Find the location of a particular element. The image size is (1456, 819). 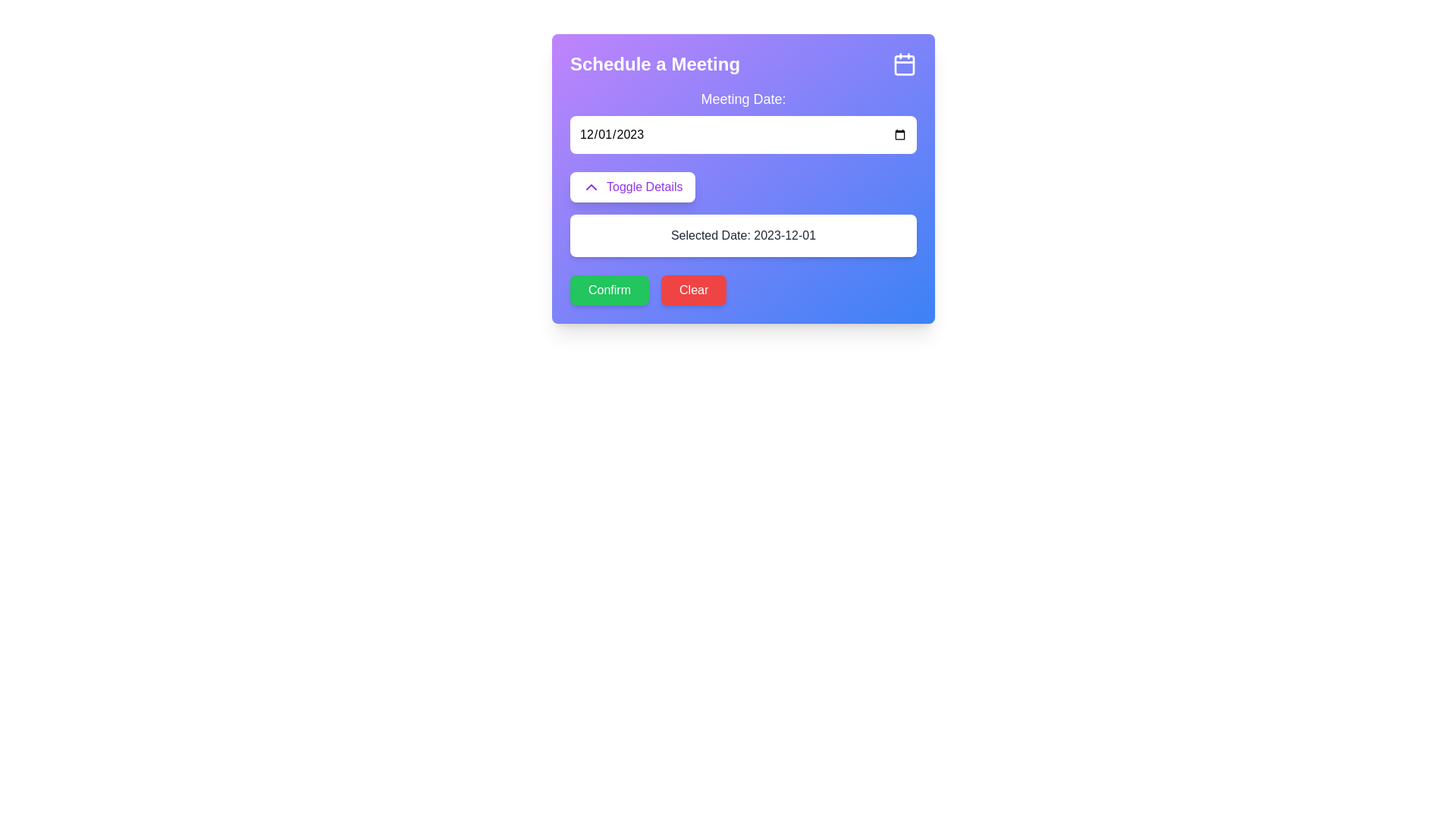

the 'Clear' button located to the right of the 'Confirm' button in the bottom-right section of the main UI to change its background color is located at coordinates (693, 290).